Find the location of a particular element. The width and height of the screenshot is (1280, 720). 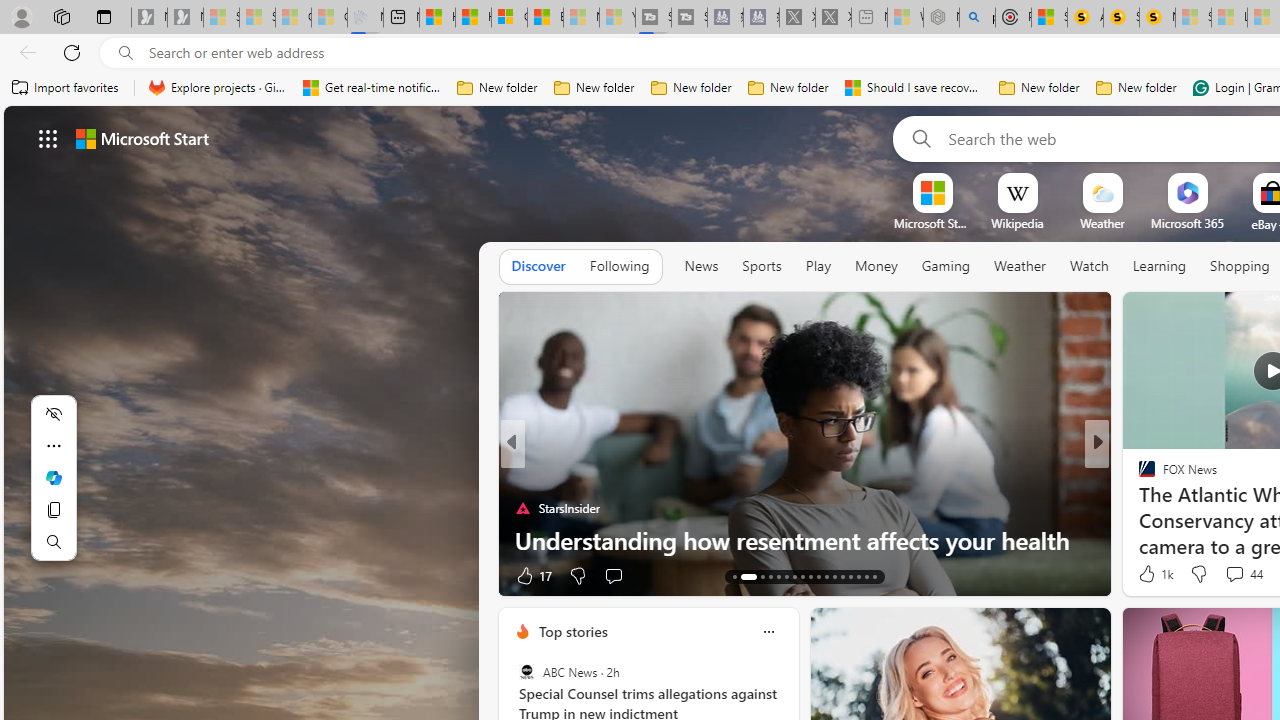

'To get missing image descriptions, open the context menu.' is located at coordinates (931, 192).